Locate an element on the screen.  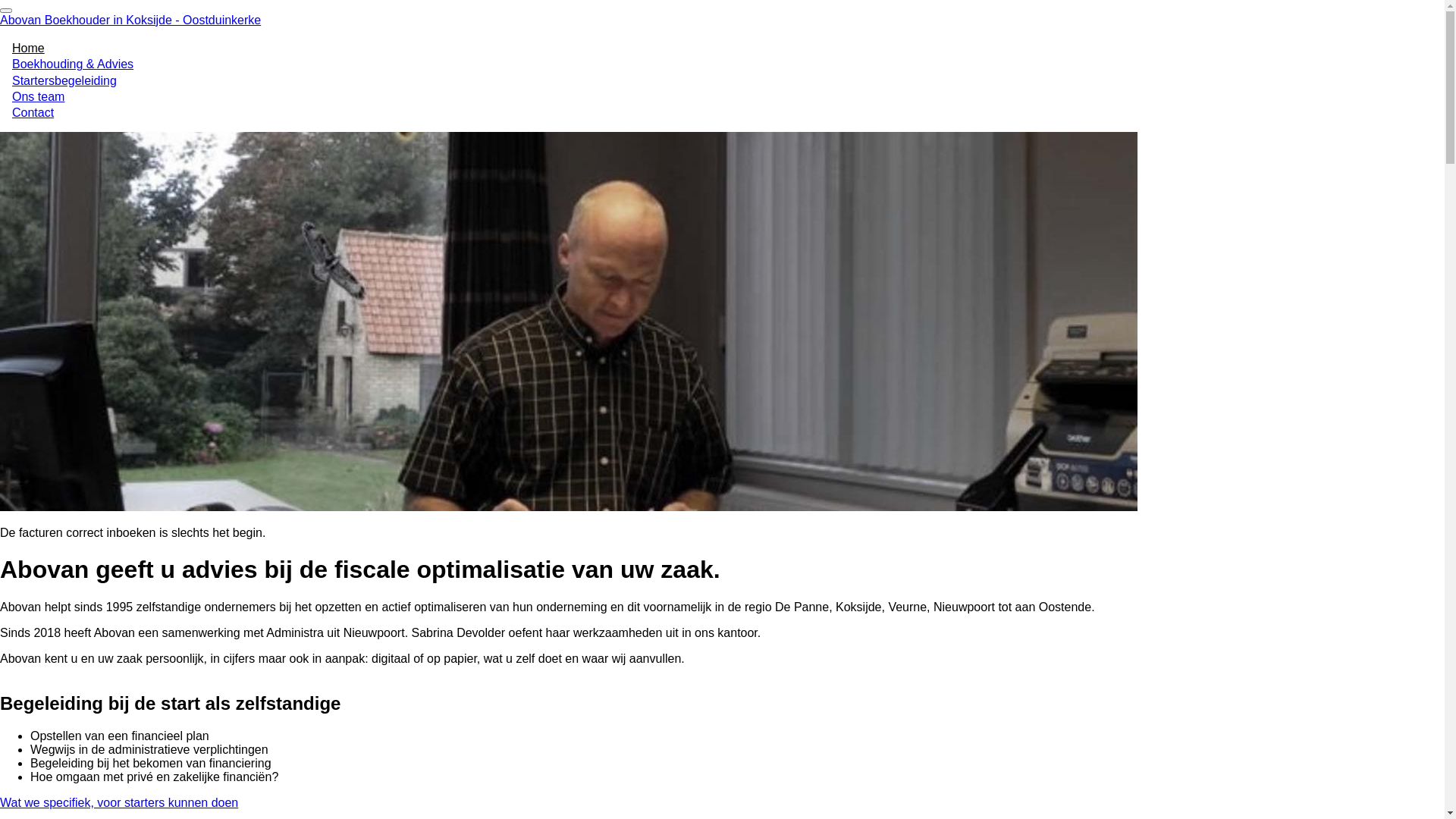
'Wat we specifiek, voor starters kunnen doen' is located at coordinates (118, 802).